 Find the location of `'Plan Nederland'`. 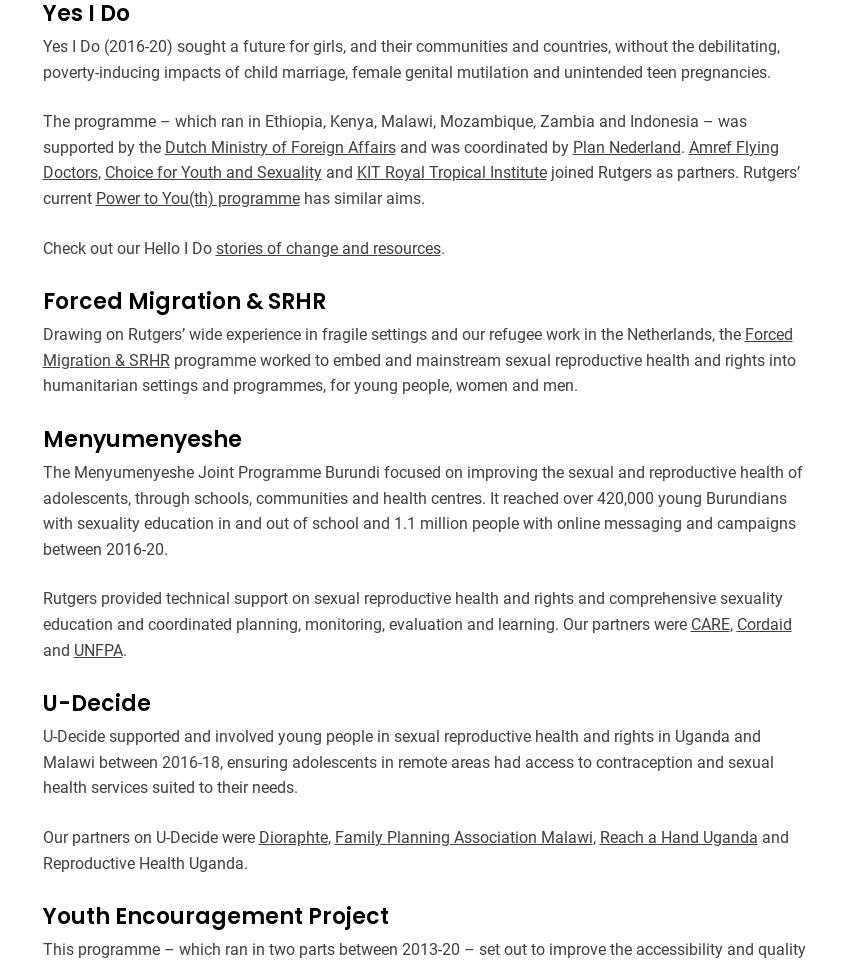

'Plan Nederland' is located at coordinates (625, 145).